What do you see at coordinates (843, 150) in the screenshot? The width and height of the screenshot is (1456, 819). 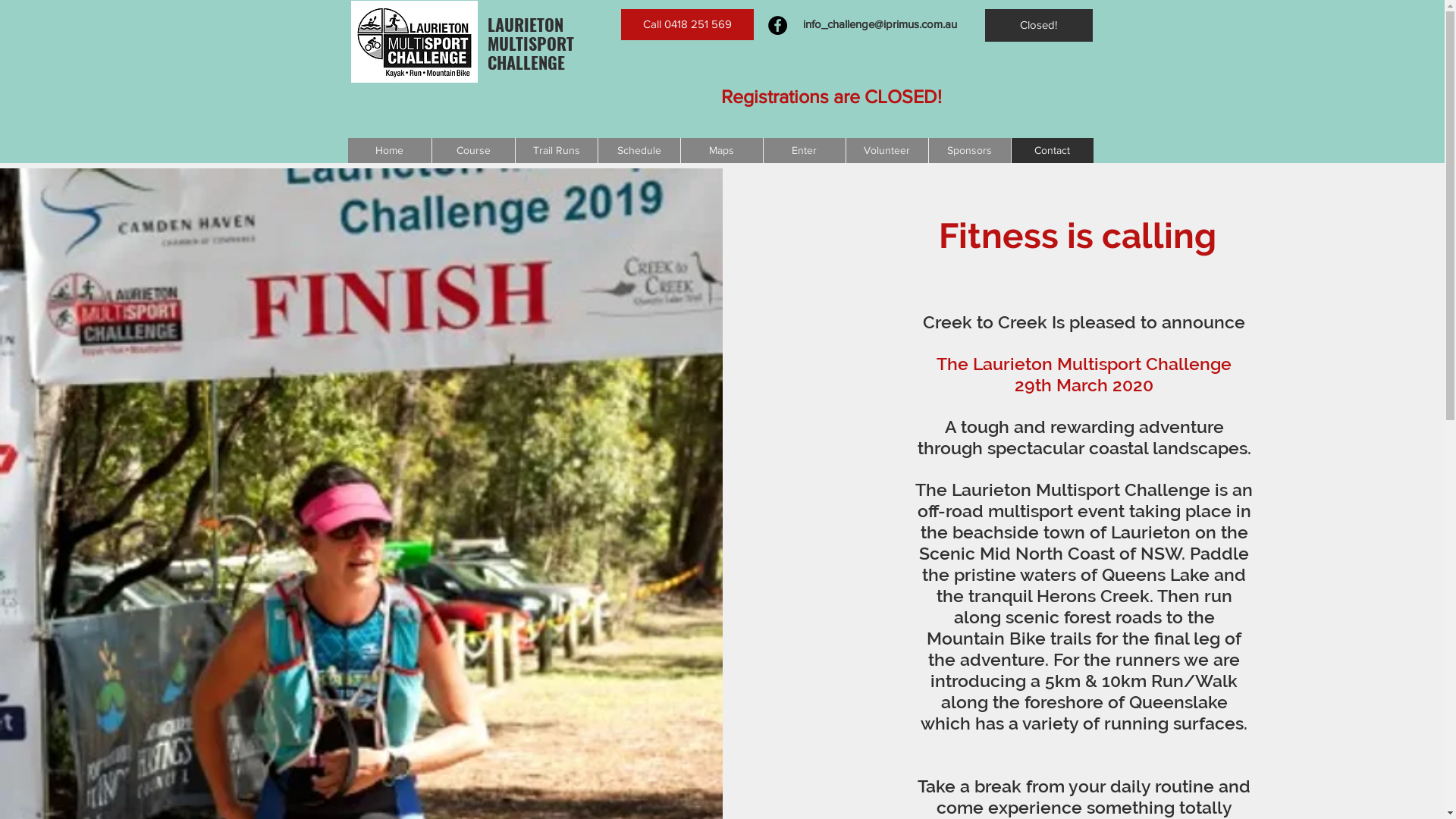 I see `'Volunteer'` at bounding box center [843, 150].